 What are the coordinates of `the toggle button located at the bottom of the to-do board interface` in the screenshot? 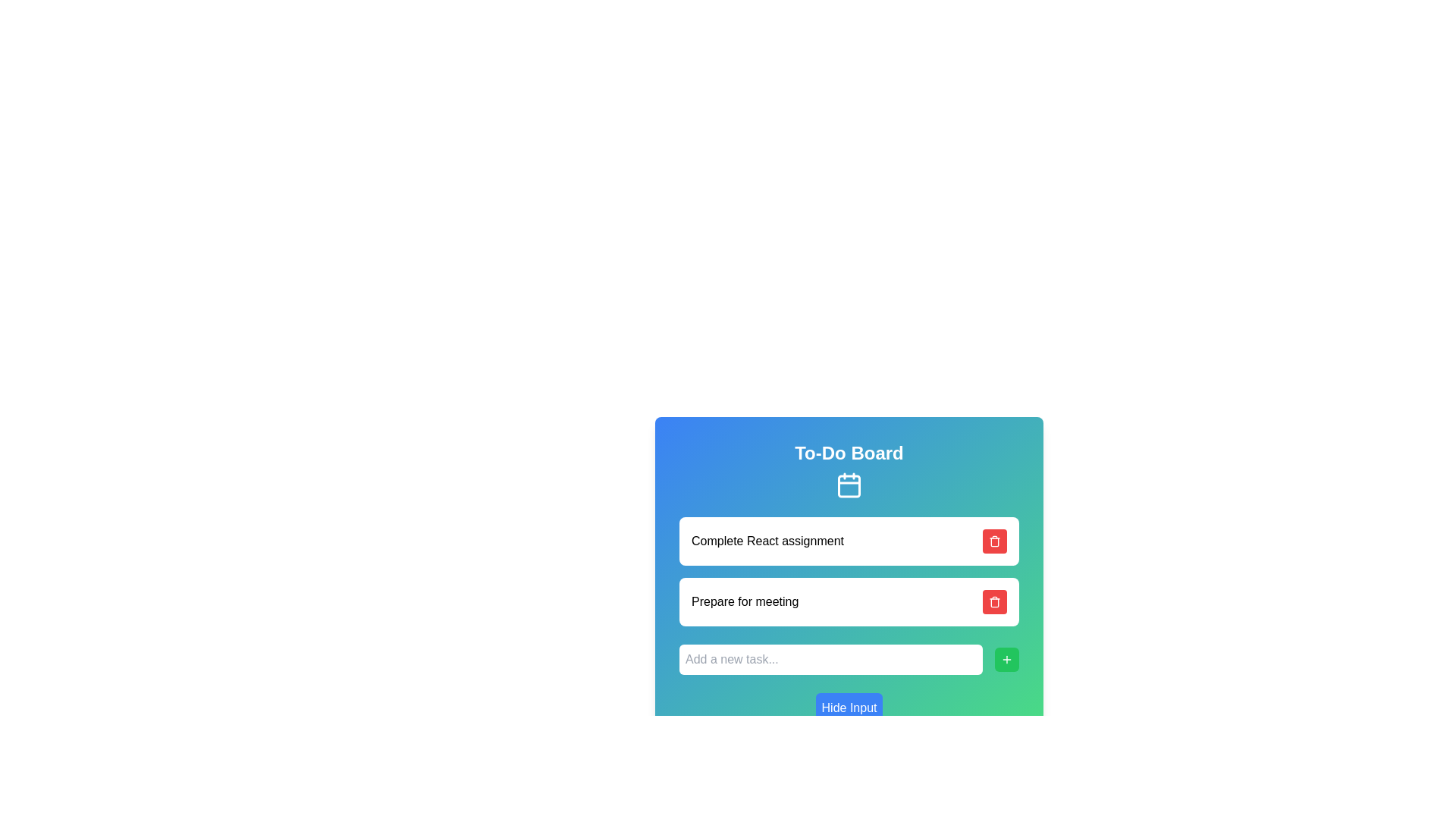 It's located at (848, 708).